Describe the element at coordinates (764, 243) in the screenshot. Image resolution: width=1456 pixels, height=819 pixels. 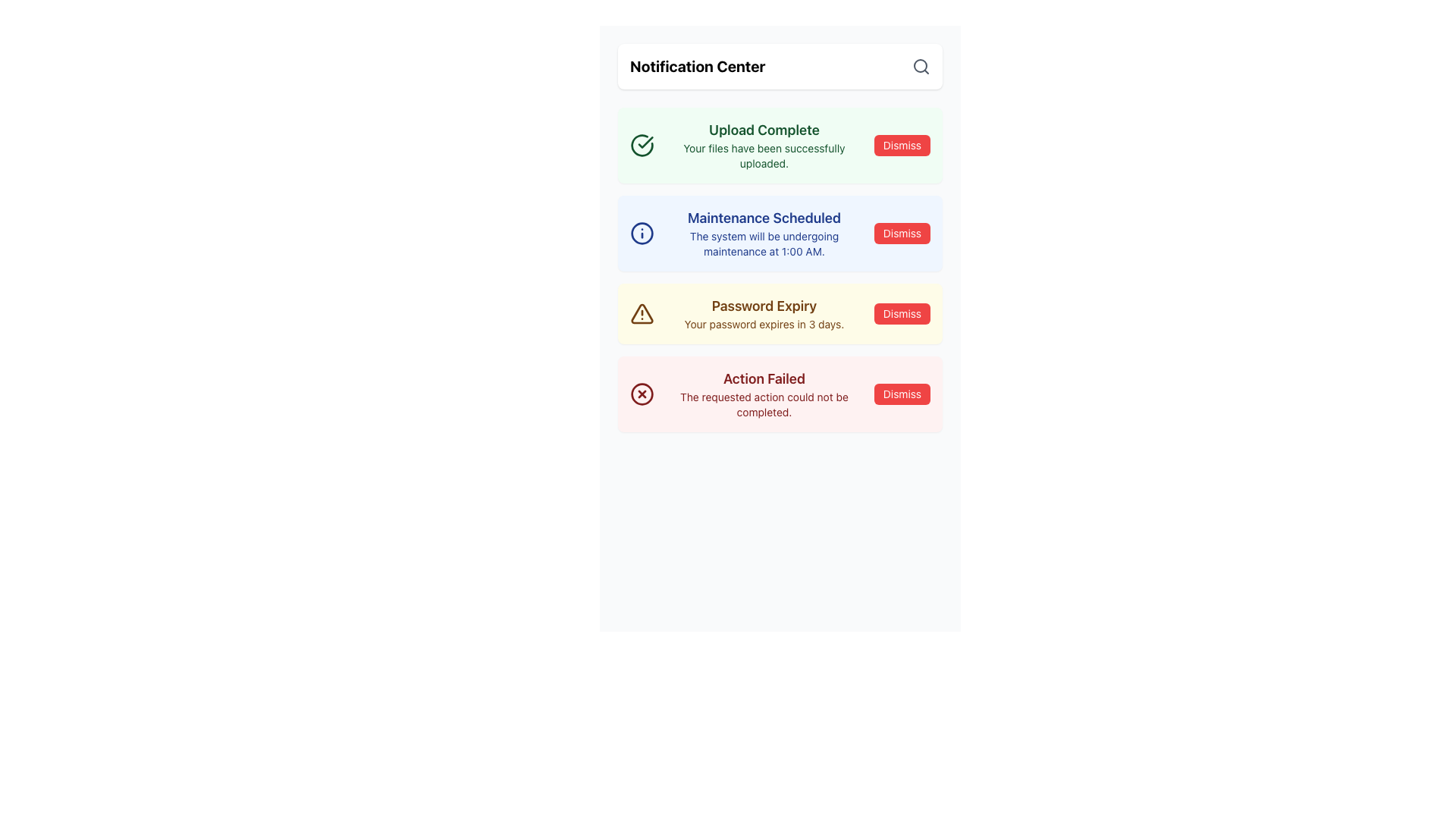
I see `the text label that conveys detailed information regarding scheduled maintenance within the 'Maintenance Scheduled' notification card located in the Notification Center` at that location.